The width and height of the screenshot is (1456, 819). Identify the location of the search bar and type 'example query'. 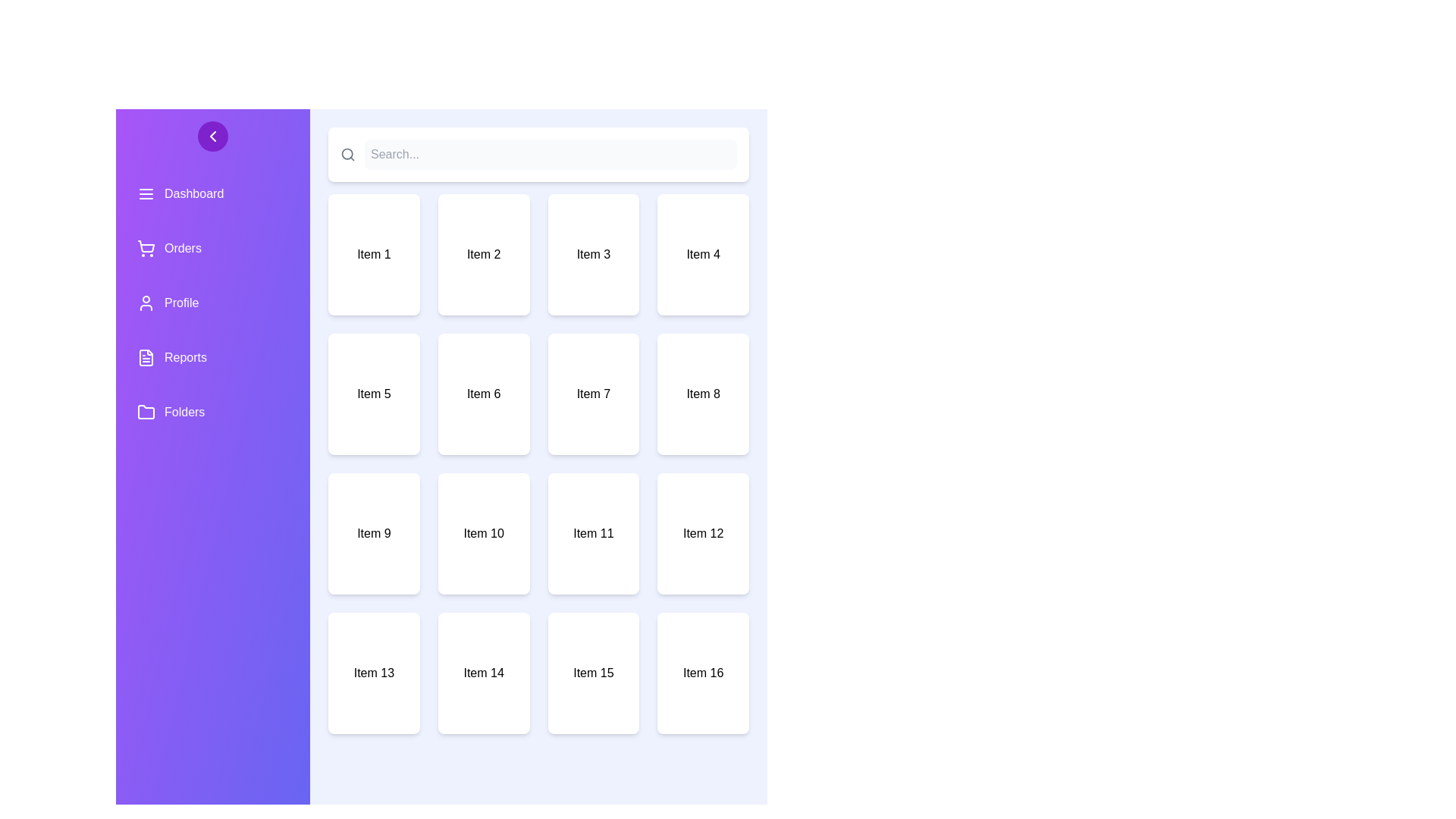
(550, 155).